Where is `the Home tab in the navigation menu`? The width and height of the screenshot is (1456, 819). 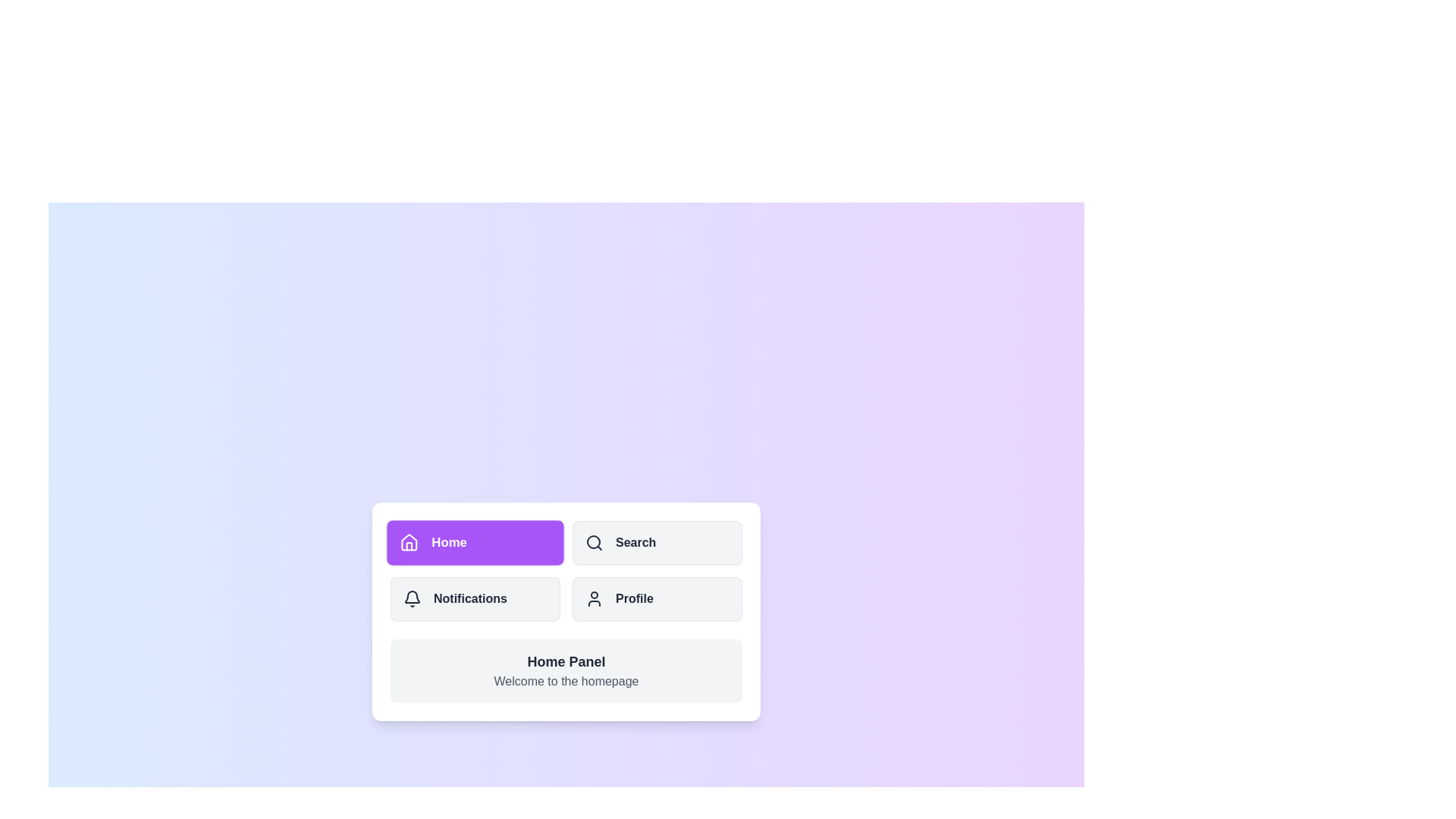
the Home tab in the navigation menu is located at coordinates (475, 542).